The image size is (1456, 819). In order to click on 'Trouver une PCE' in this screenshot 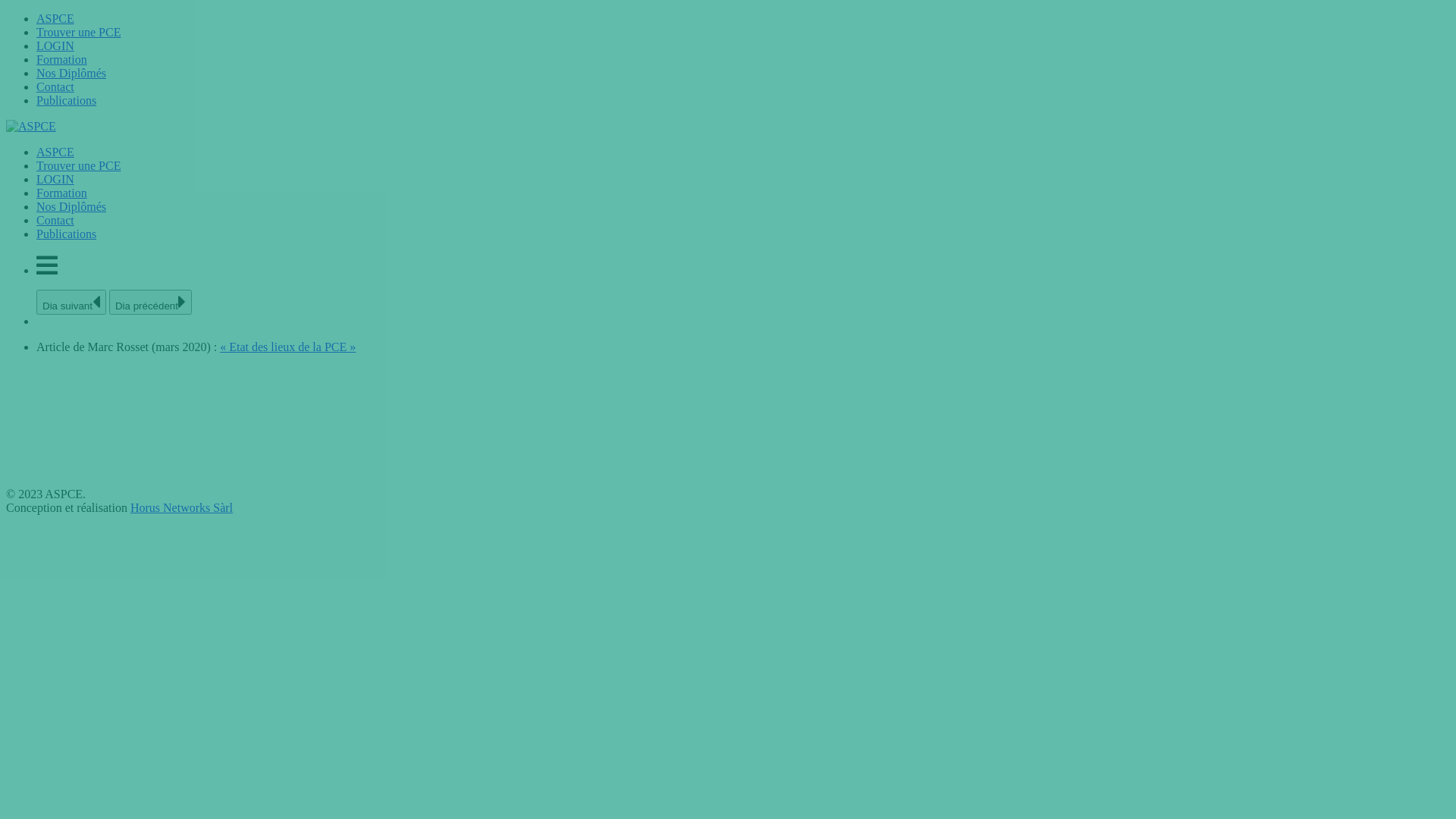, I will do `click(77, 32)`.